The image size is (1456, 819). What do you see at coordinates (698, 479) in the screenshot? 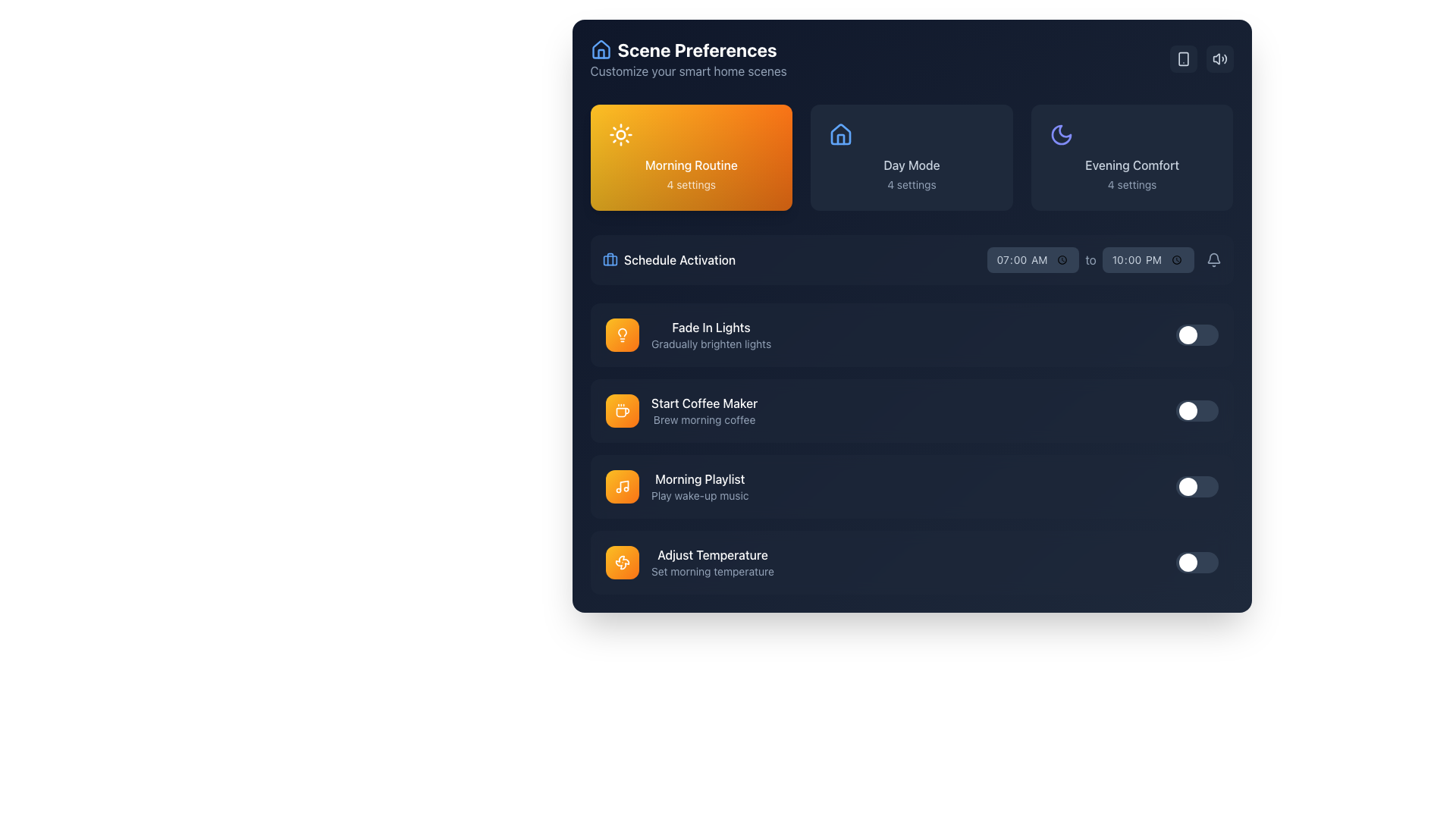
I see `the text label displaying 'Morning Playlist'` at bounding box center [698, 479].